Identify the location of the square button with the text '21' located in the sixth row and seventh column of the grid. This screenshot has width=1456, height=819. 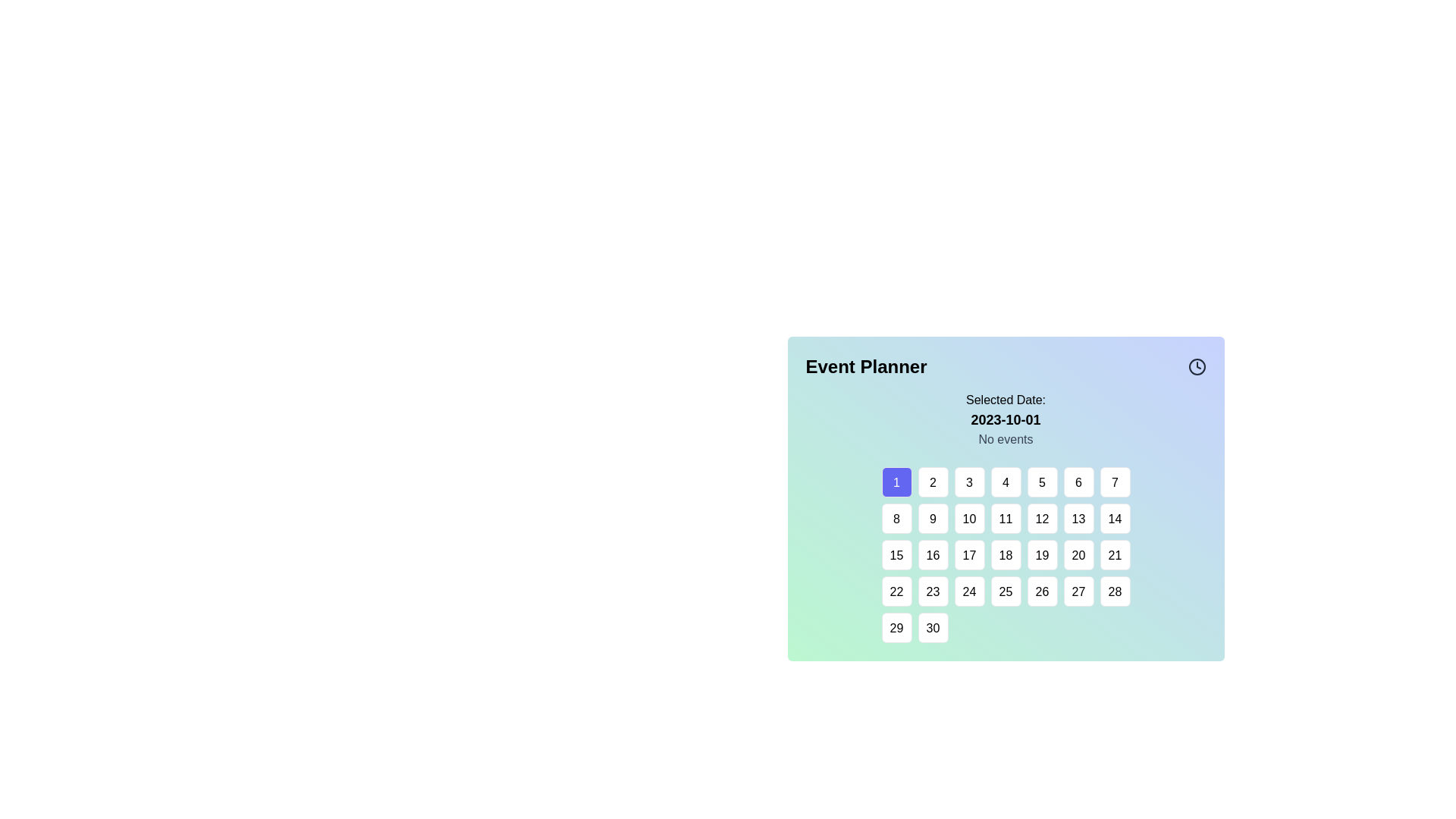
(1115, 555).